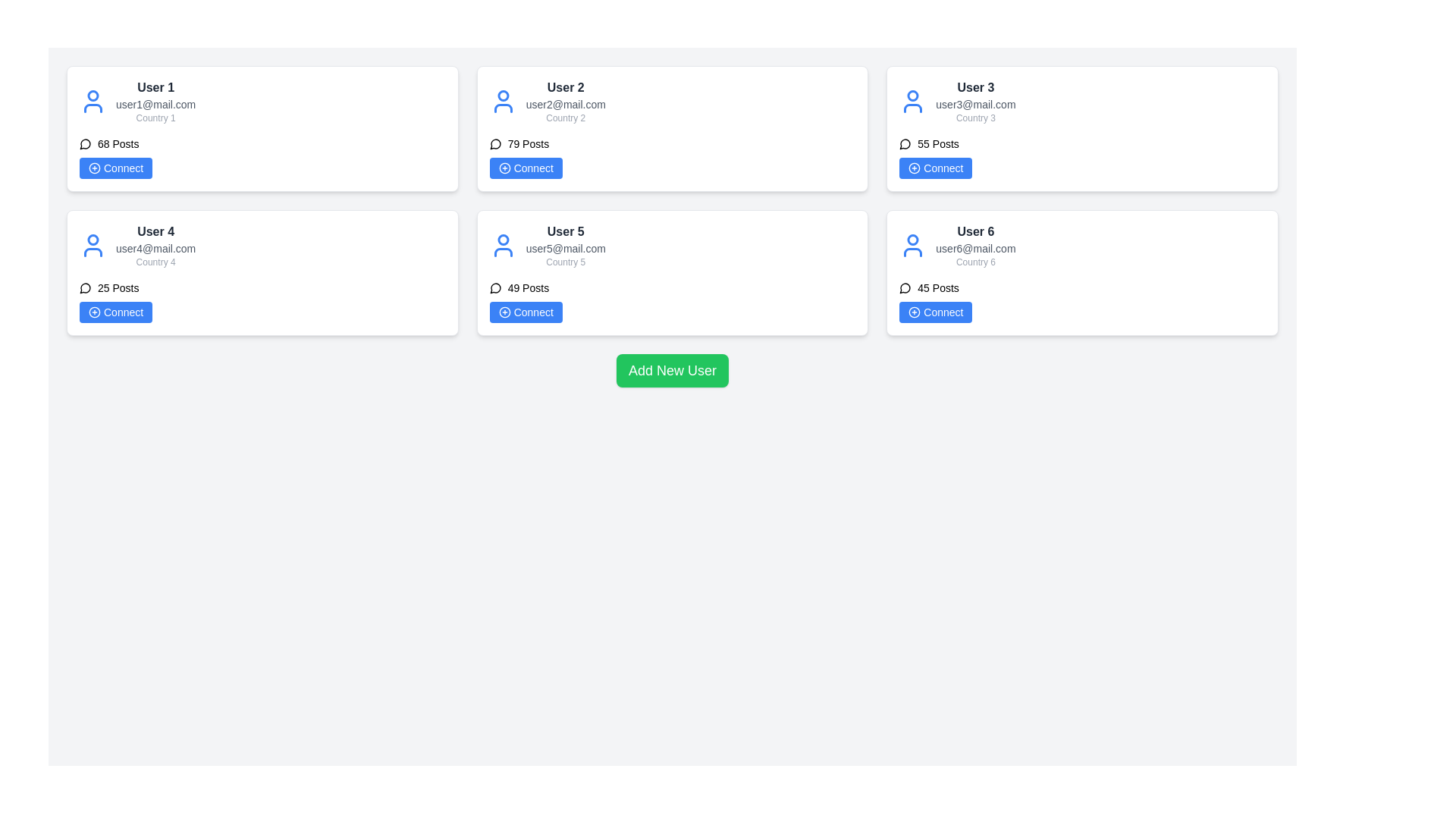 The height and width of the screenshot is (819, 1456). I want to click on the user profile card located at the bottom-right of the grid layout, which contains user information such as name, email, country, and number of posts, so click(1081, 271).